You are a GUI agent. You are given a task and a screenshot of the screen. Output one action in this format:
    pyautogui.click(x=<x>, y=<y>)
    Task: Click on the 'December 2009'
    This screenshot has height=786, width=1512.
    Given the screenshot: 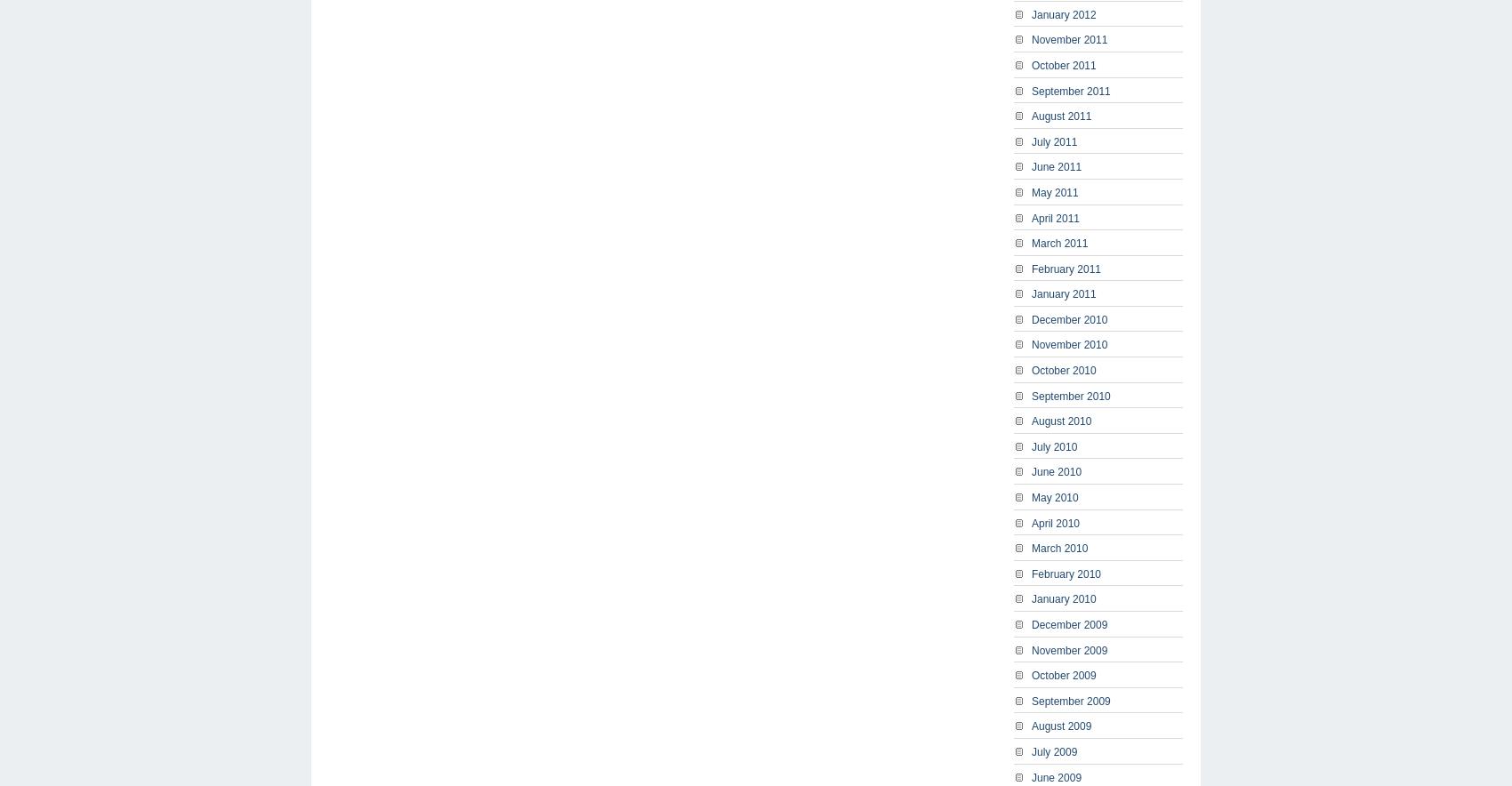 What is the action you would take?
    pyautogui.click(x=1068, y=623)
    